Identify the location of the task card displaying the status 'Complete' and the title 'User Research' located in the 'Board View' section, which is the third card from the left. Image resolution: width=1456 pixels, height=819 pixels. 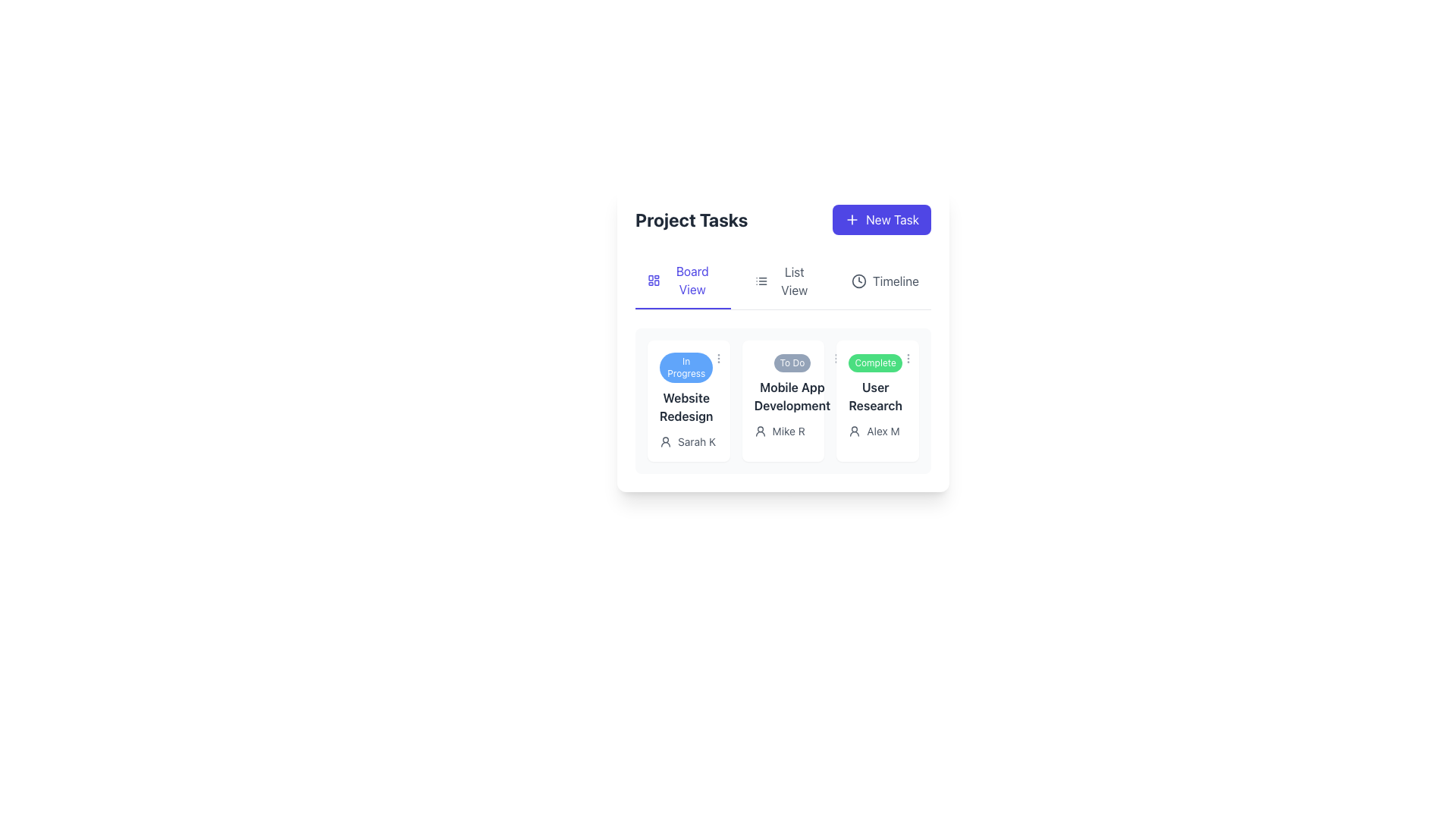
(877, 382).